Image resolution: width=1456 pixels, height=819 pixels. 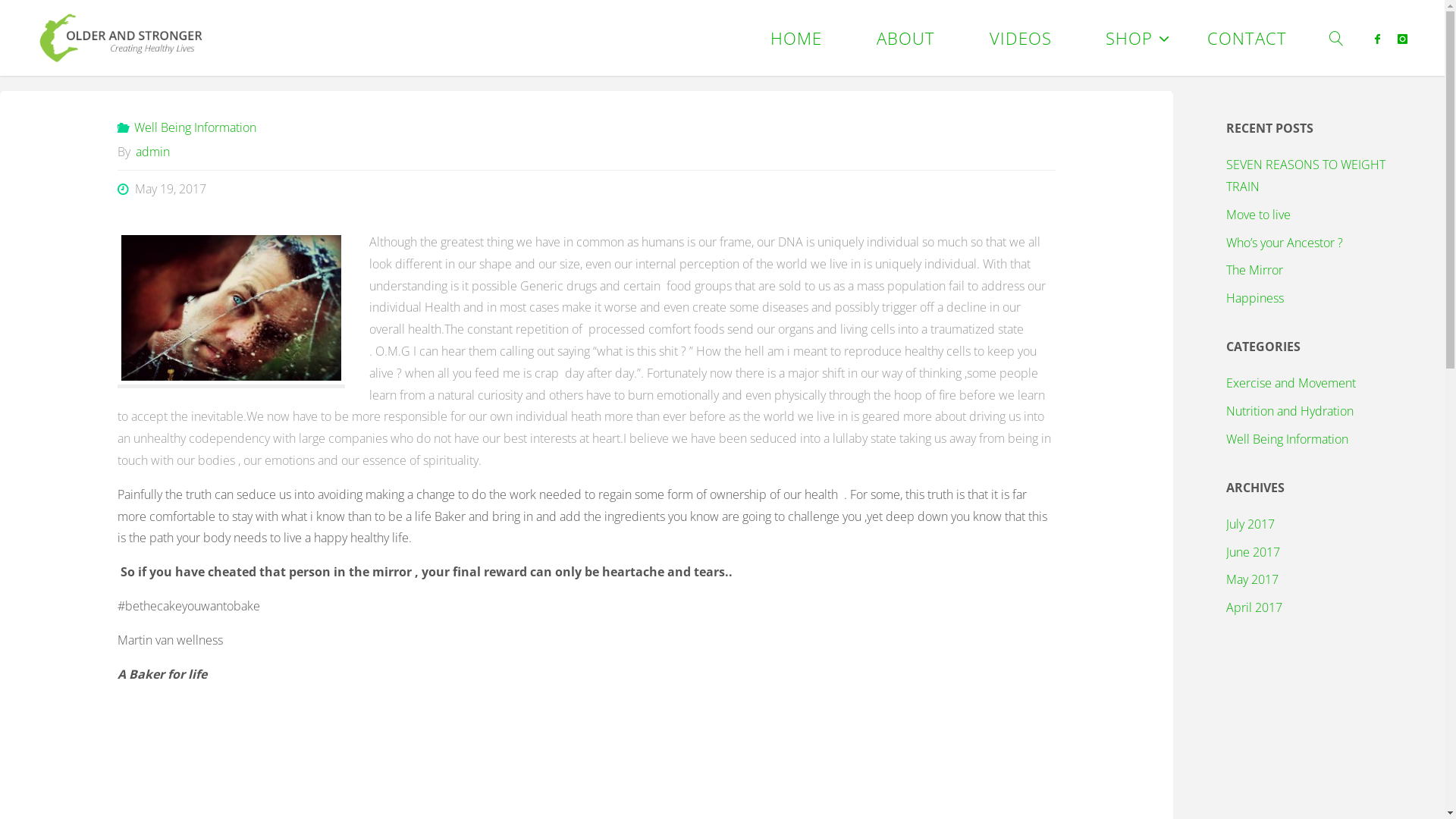 I want to click on 'Nutrition and Hydration', so click(x=1288, y=411).